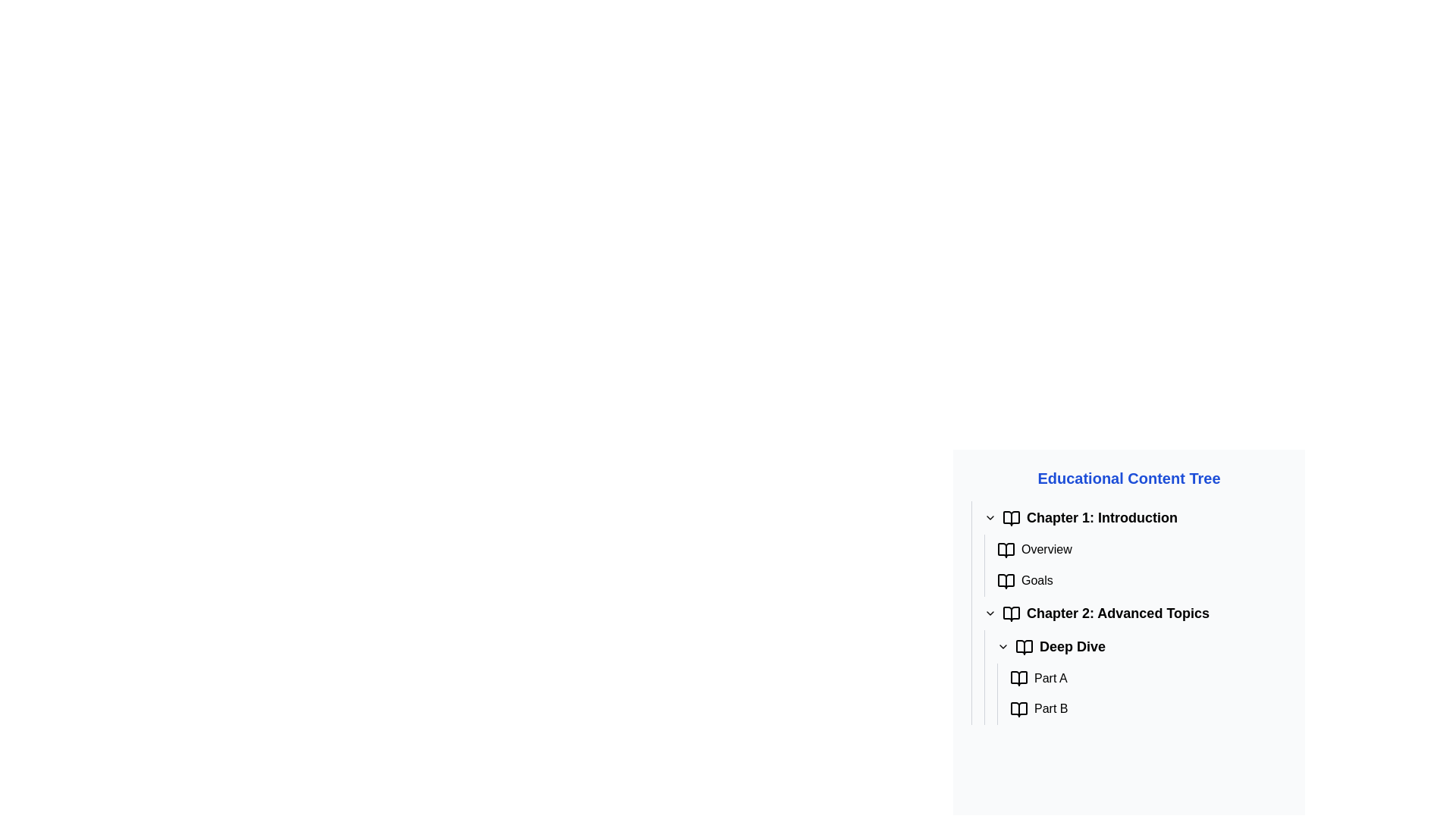 This screenshot has width=1456, height=819. Describe the element at coordinates (1128, 660) in the screenshot. I see `the collapsible tree node labeled 'Chapter 2: Advanced Topics' to activate related actions` at that location.